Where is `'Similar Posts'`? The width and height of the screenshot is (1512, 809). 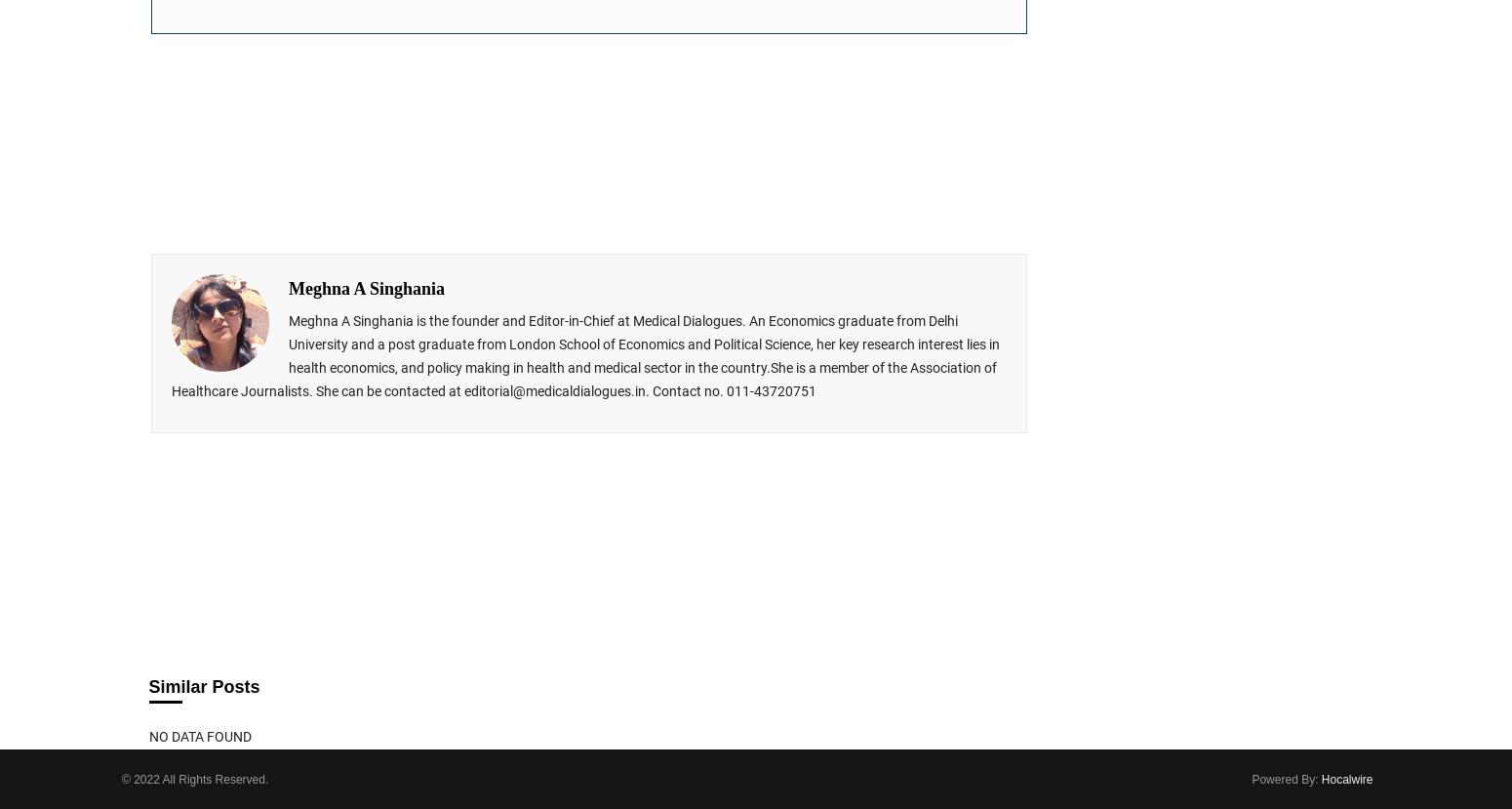
'Similar Posts' is located at coordinates (202, 686).